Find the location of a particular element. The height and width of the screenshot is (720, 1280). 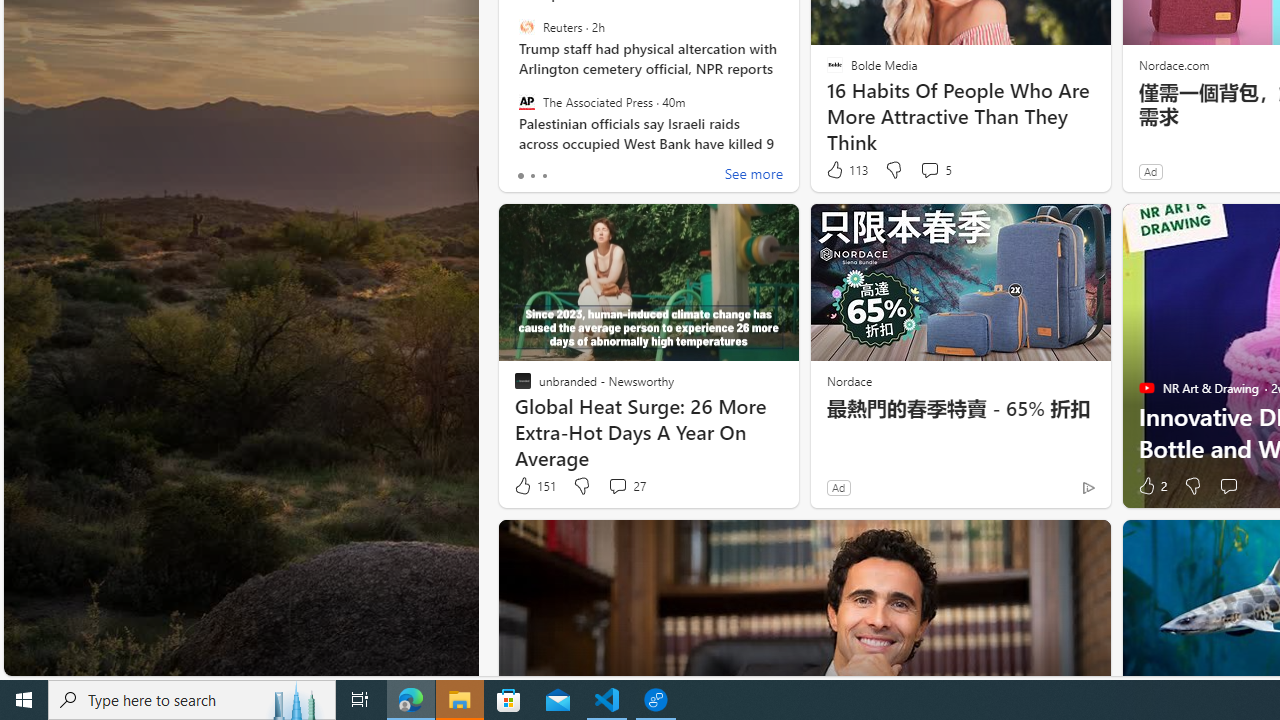

'tab-0' is located at coordinates (520, 175).